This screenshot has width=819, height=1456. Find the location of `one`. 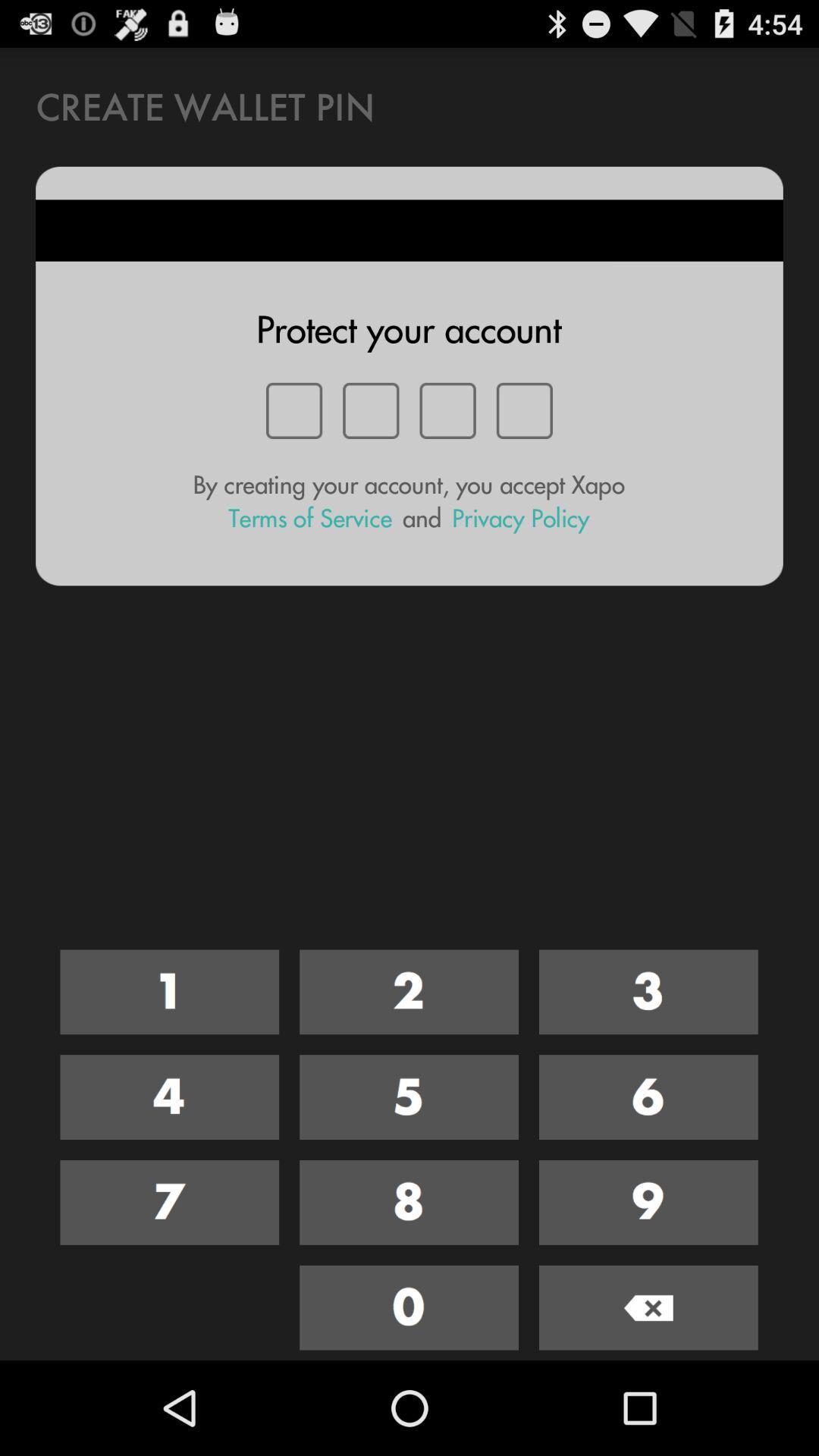

one is located at coordinates (169, 992).